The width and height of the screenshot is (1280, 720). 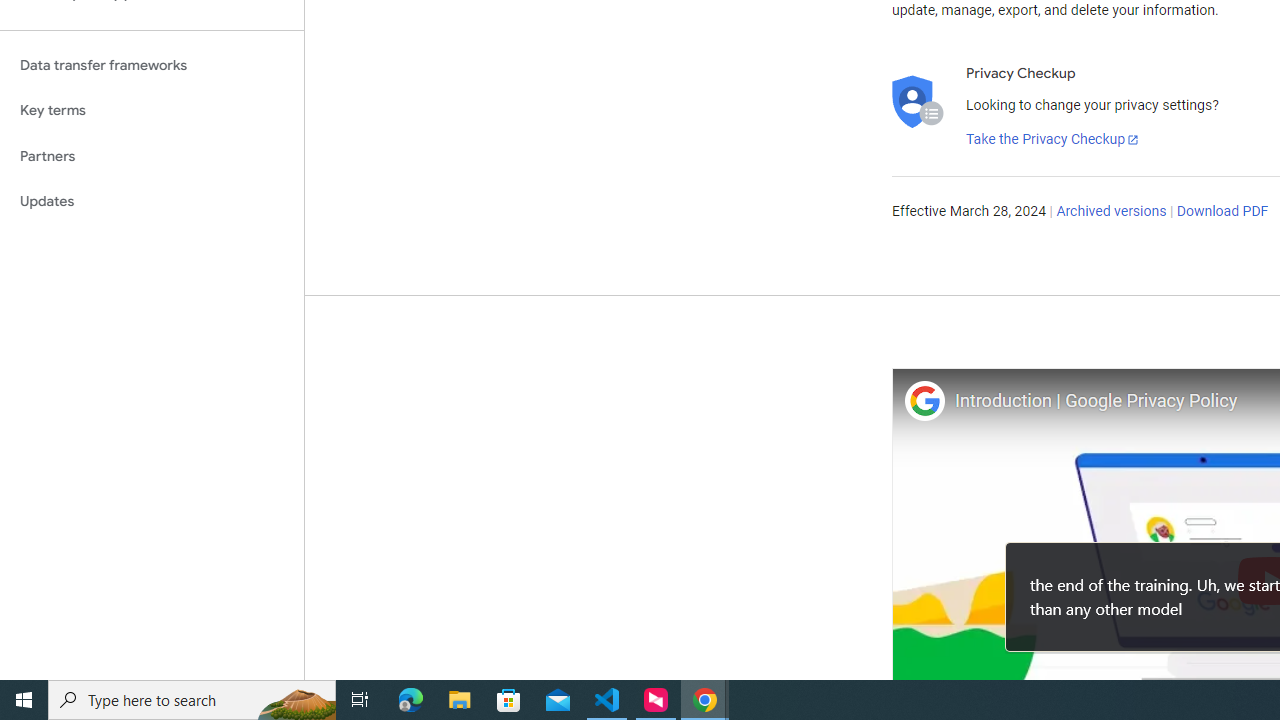 What do you see at coordinates (151, 64) in the screenshot?
I see `'Data transfer frameworks'` at bounding box center [151, 64].